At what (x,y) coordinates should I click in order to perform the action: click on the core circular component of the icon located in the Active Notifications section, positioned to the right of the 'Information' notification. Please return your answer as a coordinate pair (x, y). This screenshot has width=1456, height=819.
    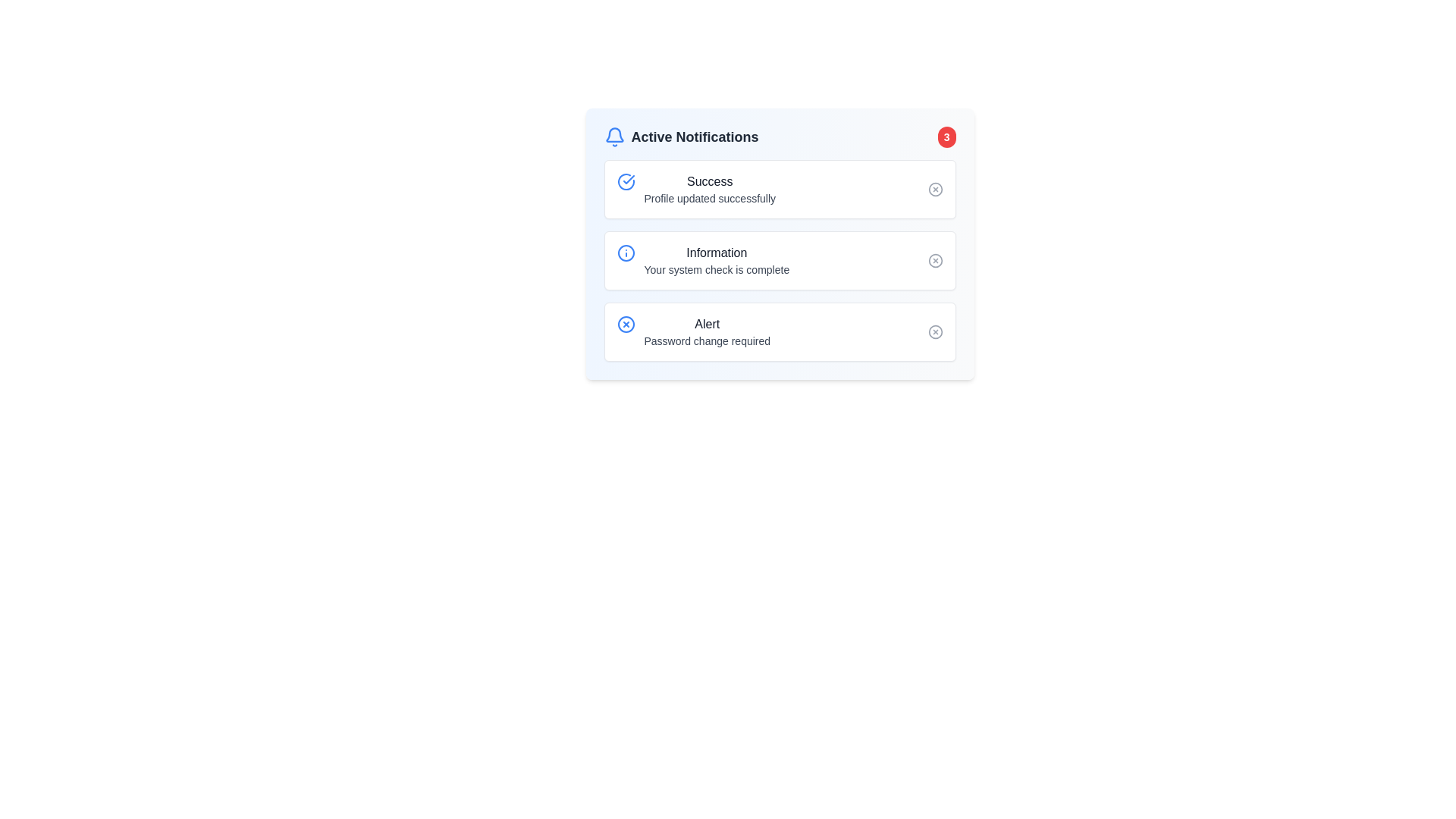
    Looking at the image, I should click on (934, 259).